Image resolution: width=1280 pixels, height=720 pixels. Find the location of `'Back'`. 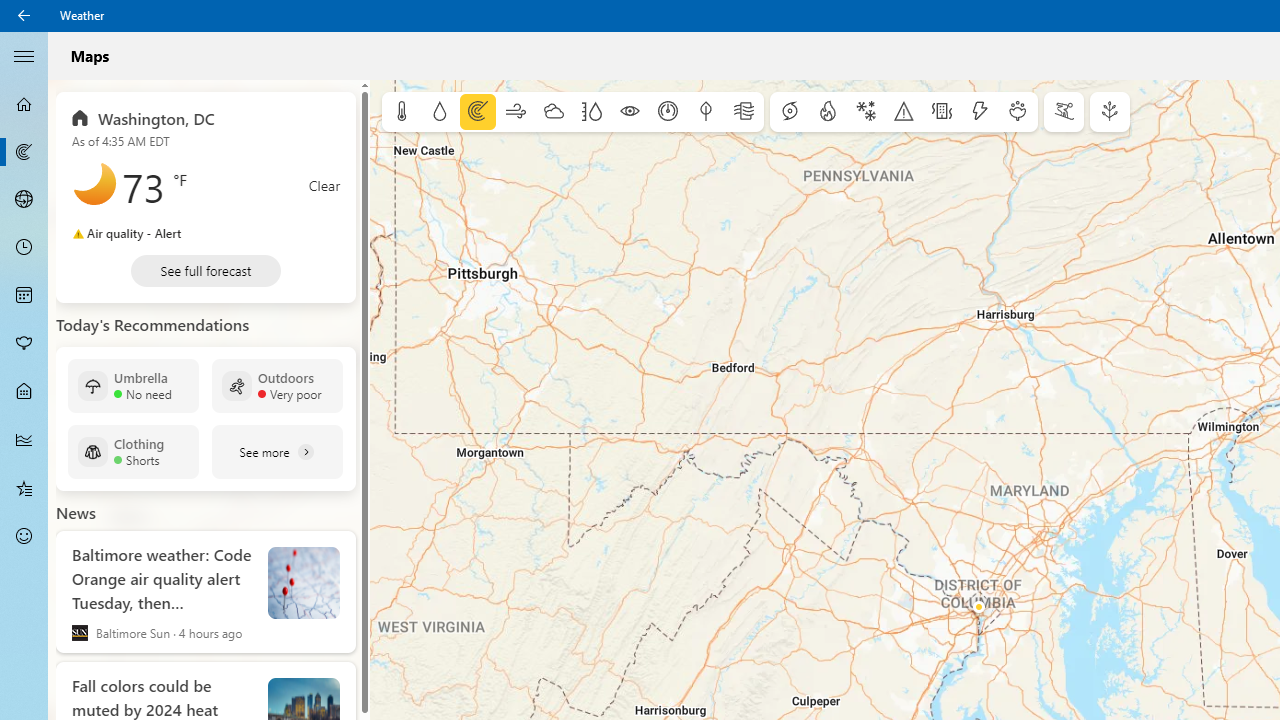

'Back' is located at coordinates (24, 15).